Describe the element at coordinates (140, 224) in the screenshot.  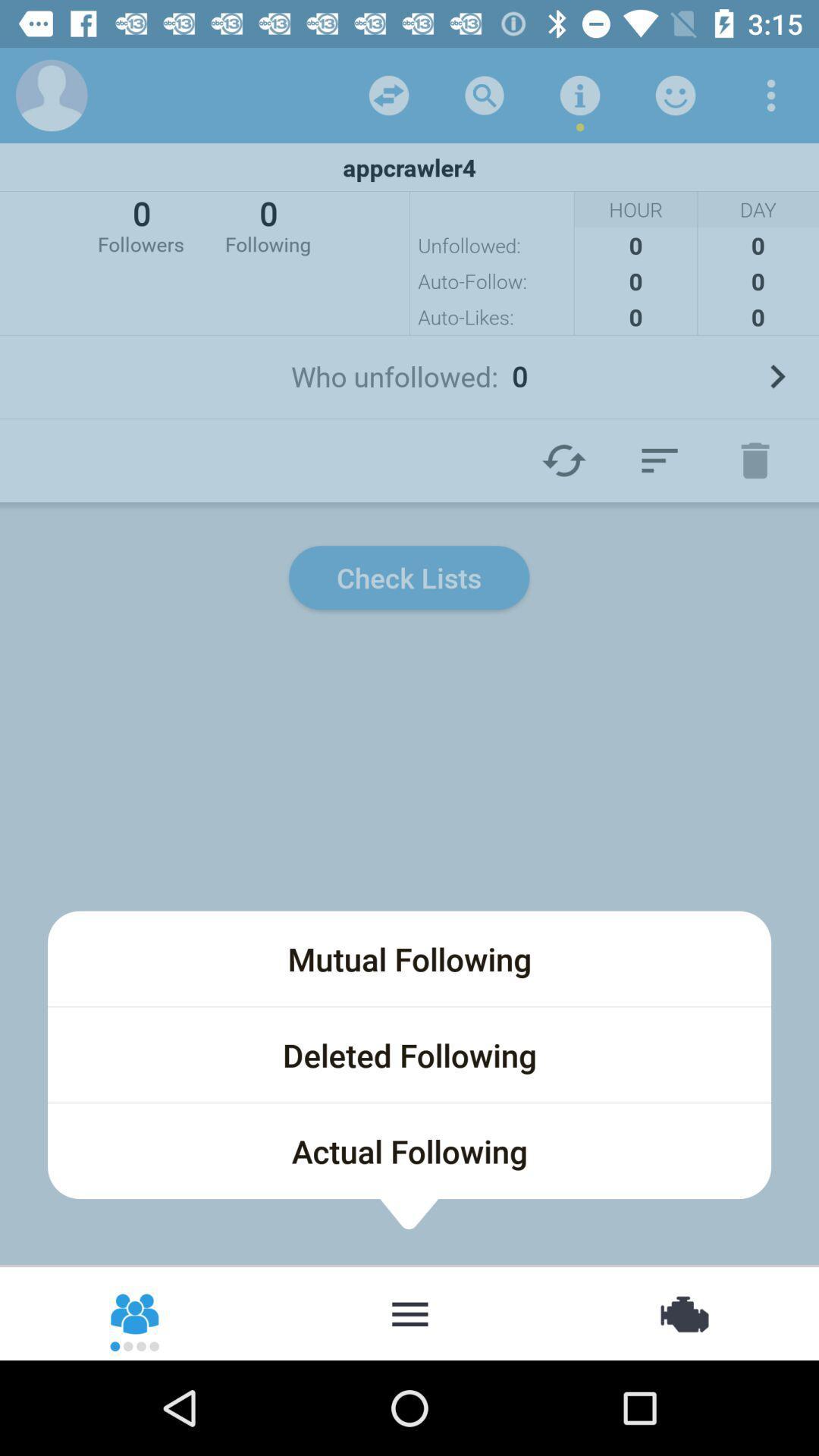
I see `the item to the left of 0` at that location.